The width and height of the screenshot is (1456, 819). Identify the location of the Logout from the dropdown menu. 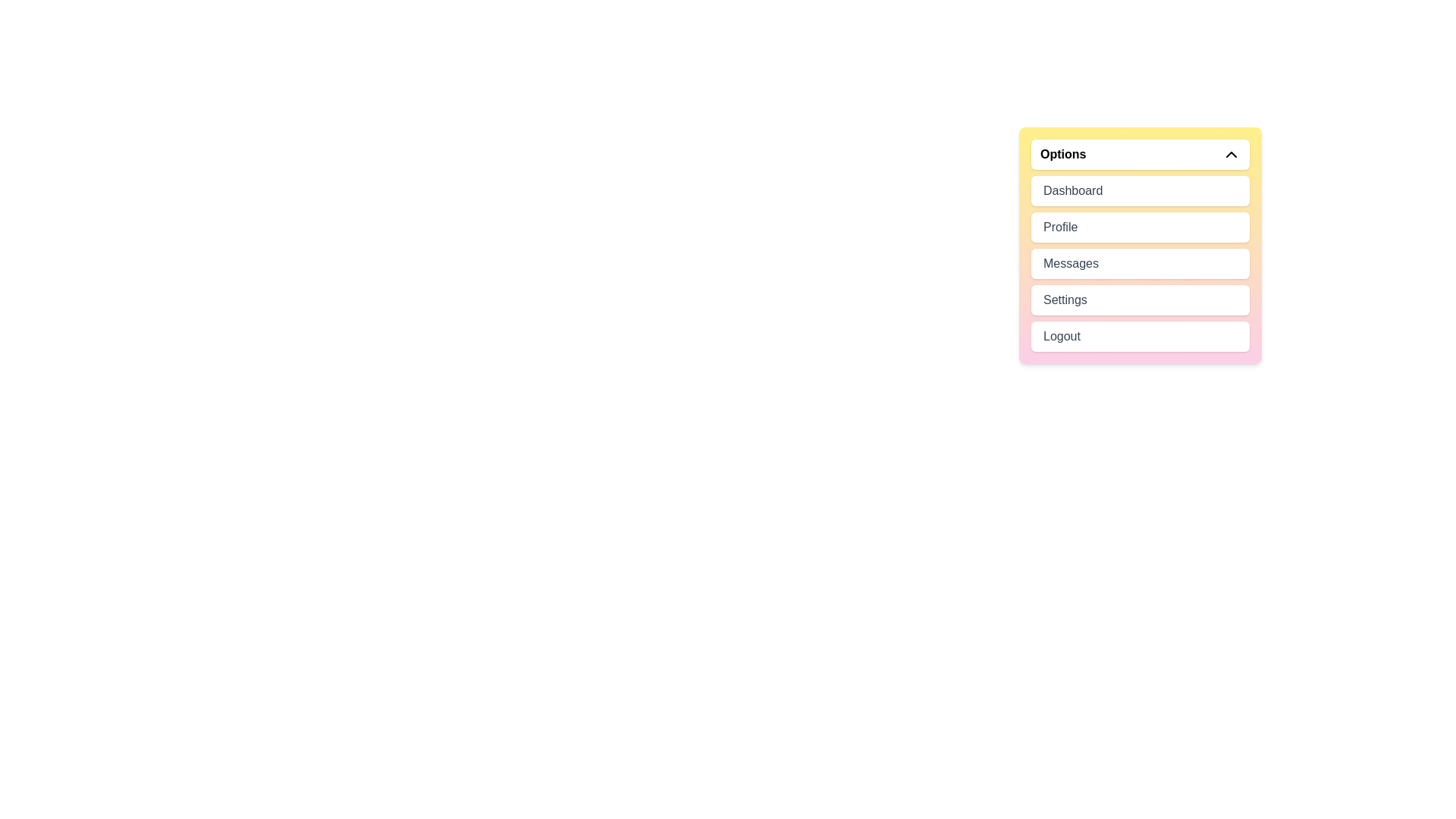
(1140, 335).